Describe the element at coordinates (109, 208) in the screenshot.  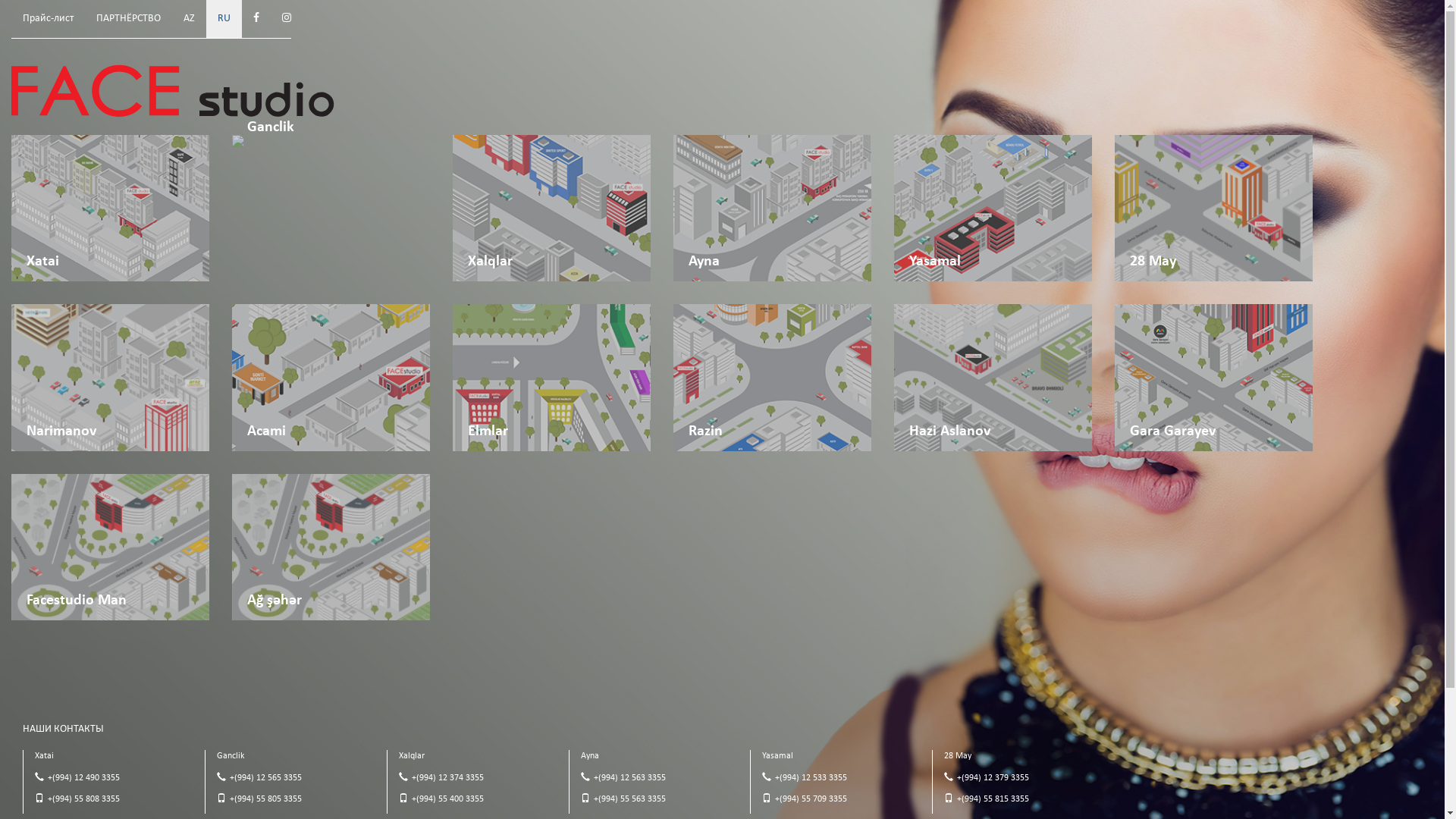
I see `'Xatai'` at that location.